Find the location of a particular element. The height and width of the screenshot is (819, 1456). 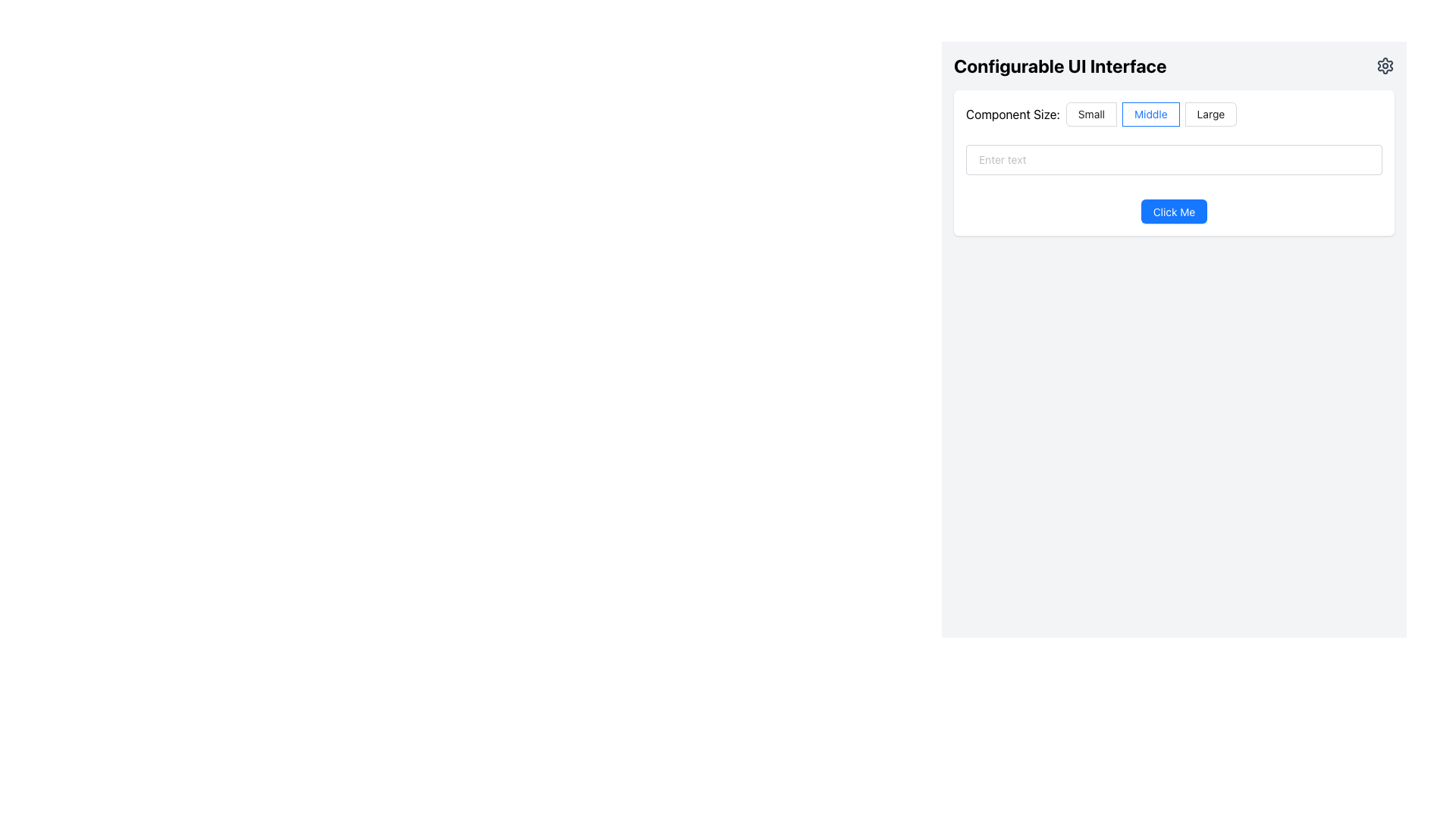

the Settings icon button located to the far right of the 'Configurable UI Interface' header is located at coordinates (1385, 65).